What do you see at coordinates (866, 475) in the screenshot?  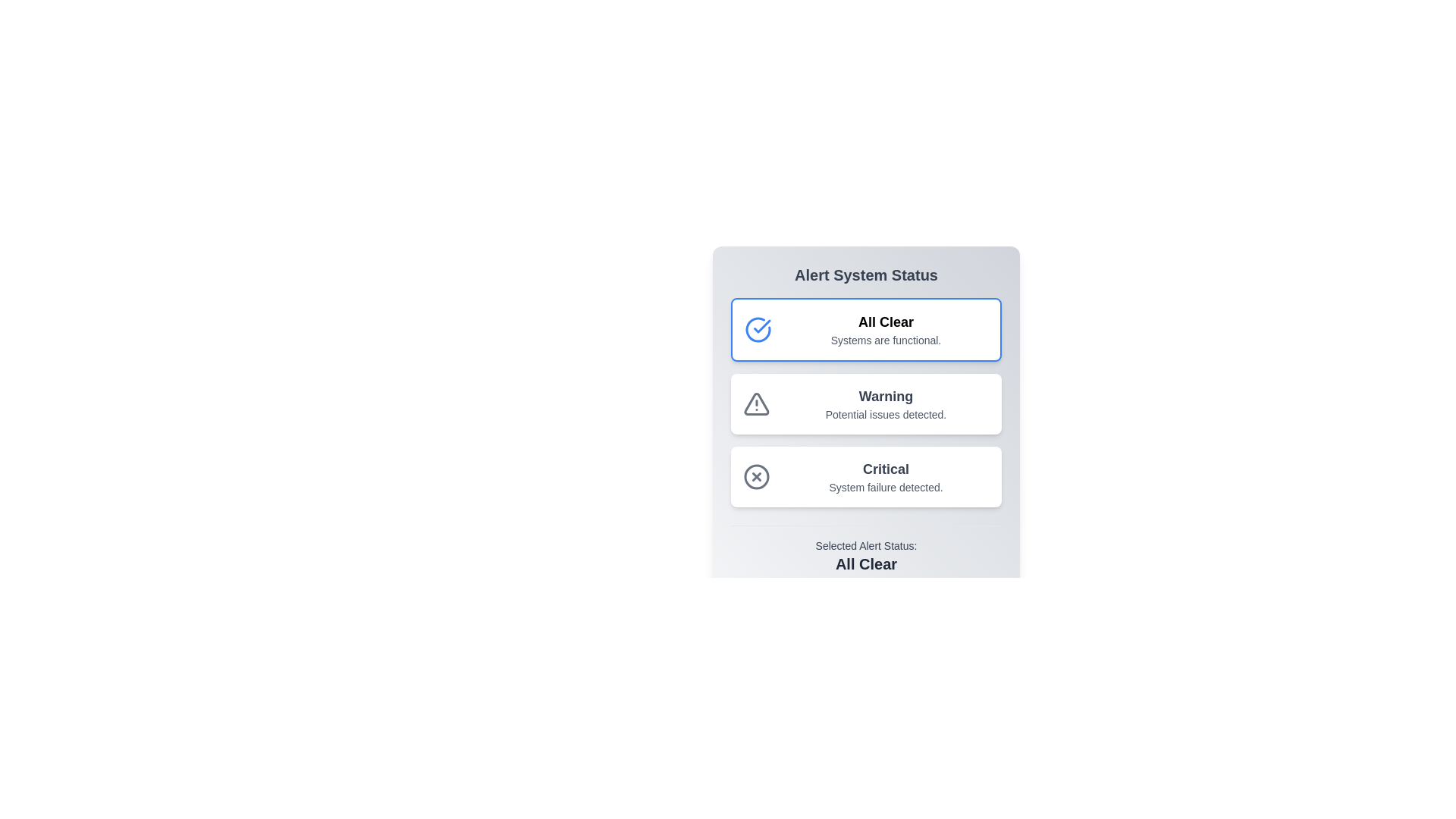 I see `the 'Critical' alert box element, which features a white background, rounded corners, and contains a gray circle icon with an 'X' symbol, to interact with it` at bounding box center [866, 475].